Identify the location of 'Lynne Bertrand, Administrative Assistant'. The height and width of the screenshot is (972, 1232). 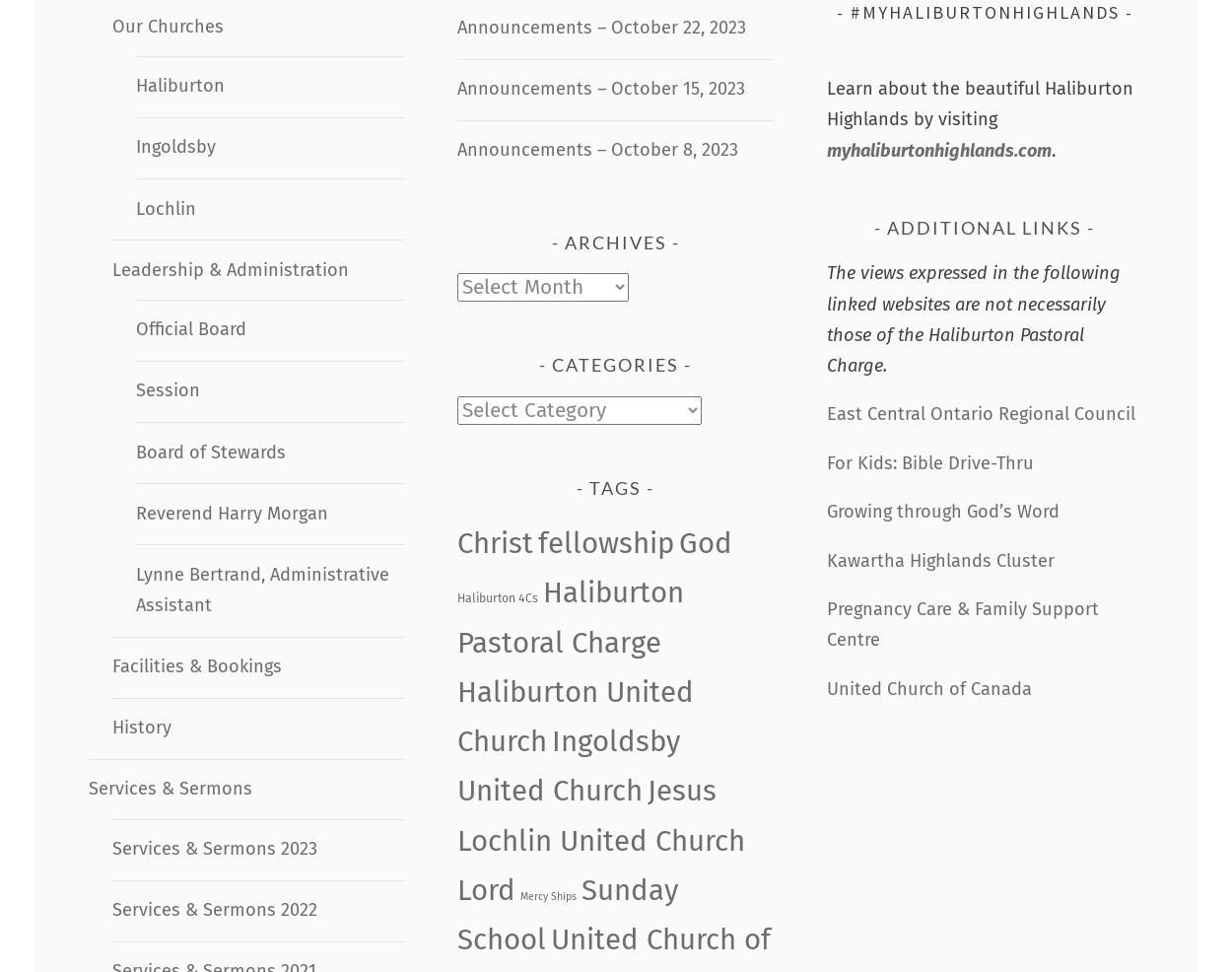
(261, 589).